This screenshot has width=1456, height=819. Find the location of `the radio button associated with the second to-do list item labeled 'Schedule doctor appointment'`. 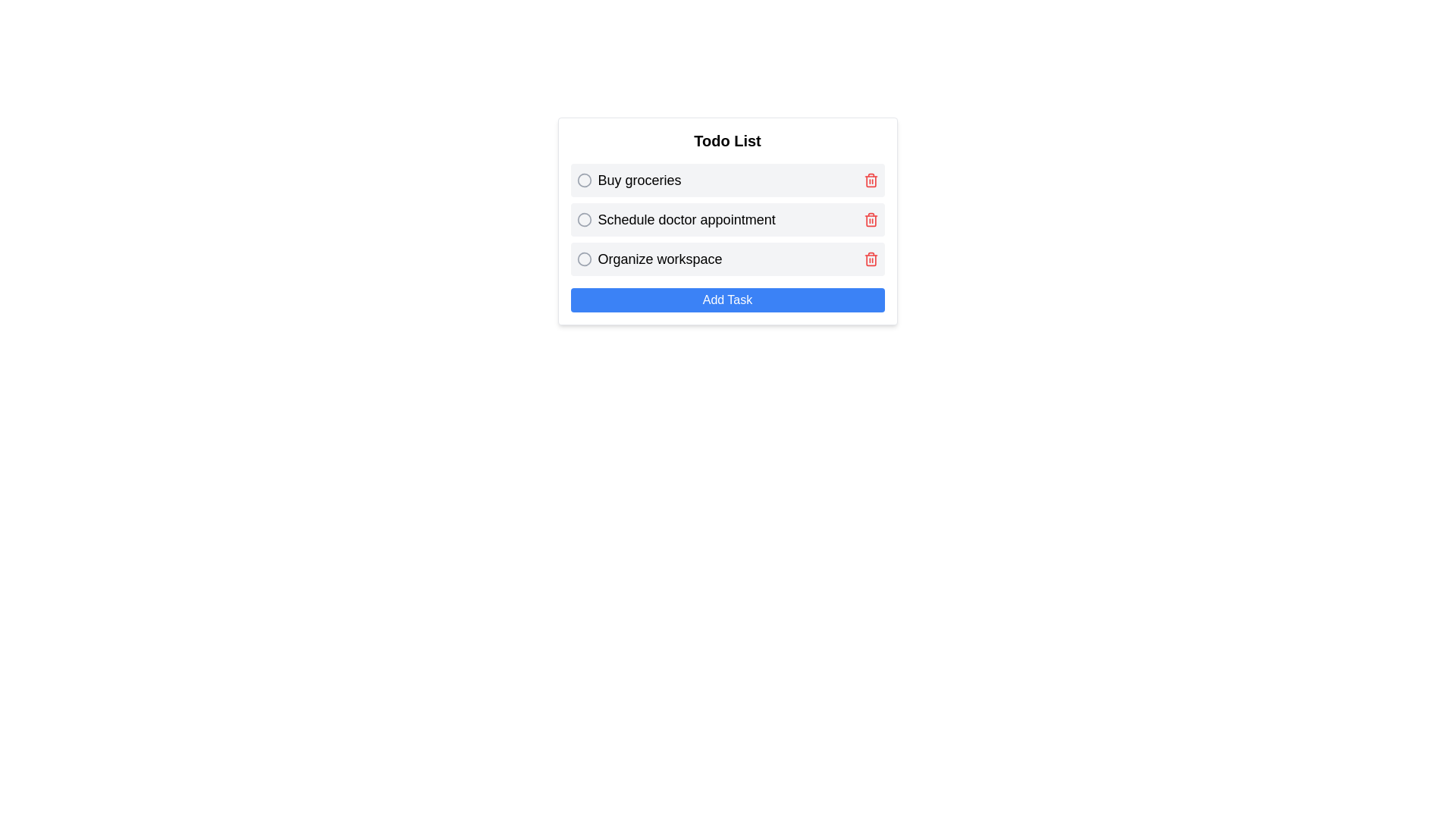

the radio button associated with the second to-do list item labeled 'Schedule doctor appointment' is located at coordinates (583, 219).